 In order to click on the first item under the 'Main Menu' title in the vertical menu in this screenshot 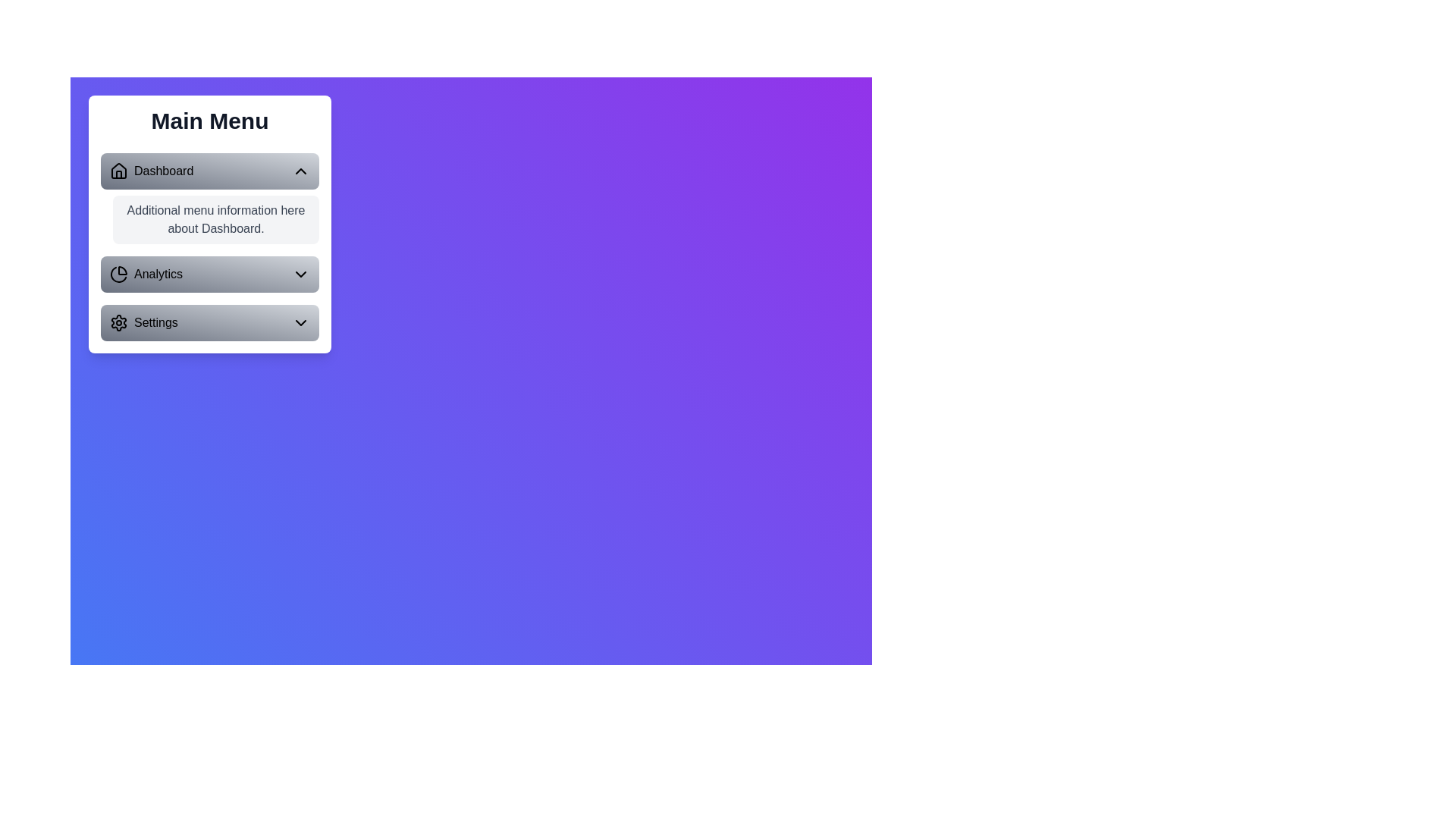, I will do `click(152, 171)`.